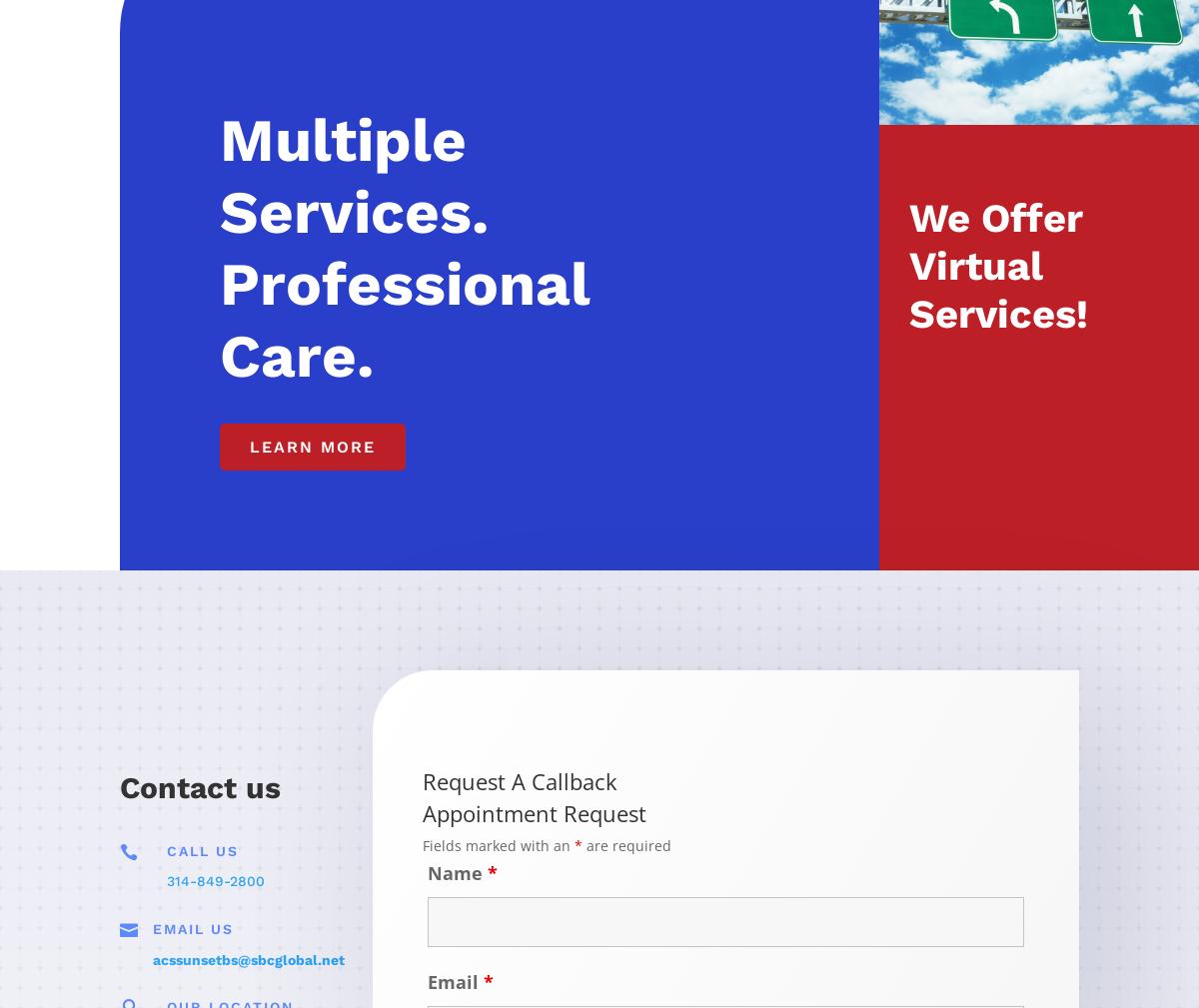 The height and width of the screenshot is (1008, 1199). What do you see at coordinates (455, 980) in the screenshot?
I see `'Email'` at bounding box center [455, 980].